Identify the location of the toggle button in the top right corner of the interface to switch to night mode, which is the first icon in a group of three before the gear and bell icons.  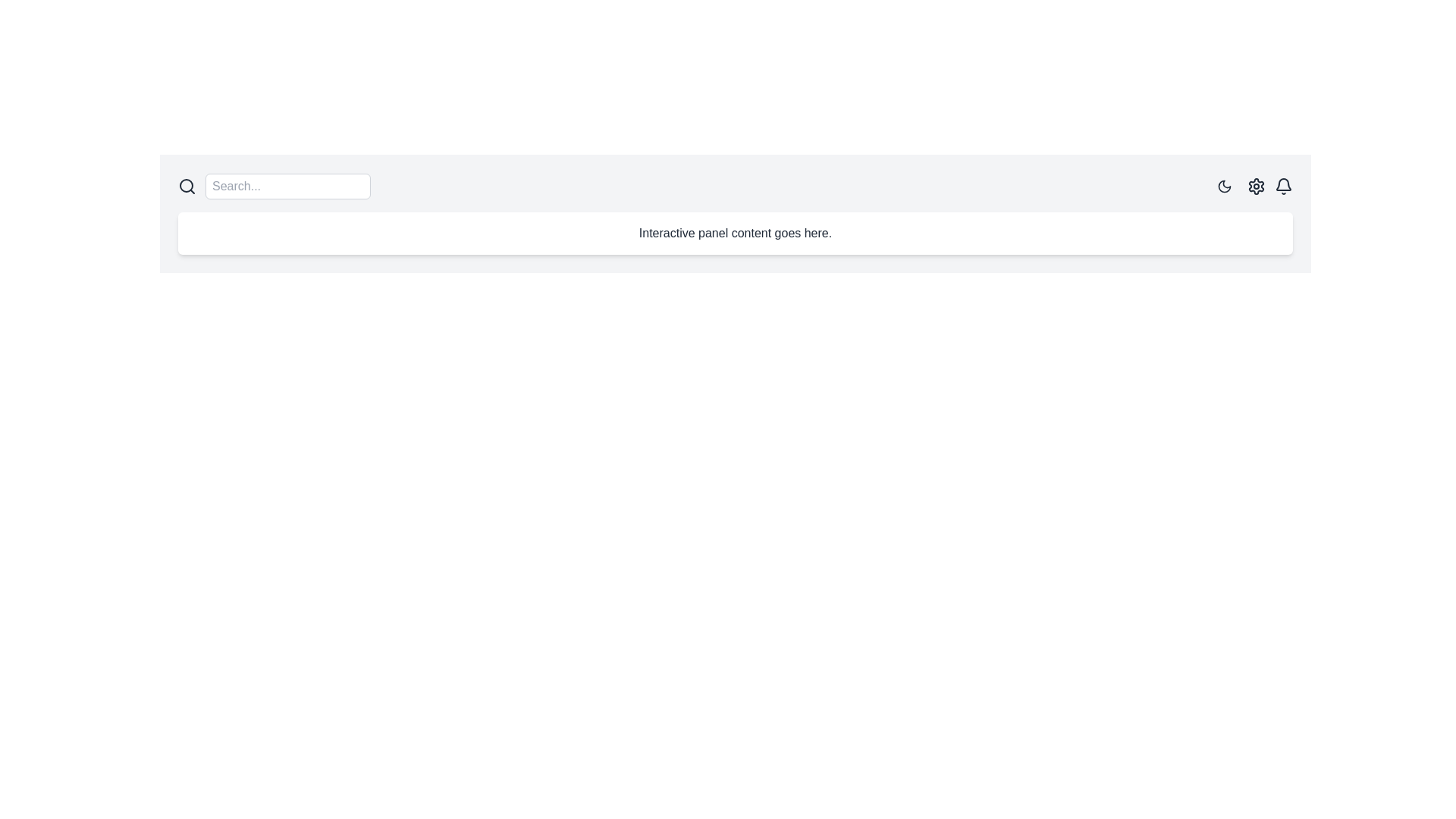
(1224, 186).